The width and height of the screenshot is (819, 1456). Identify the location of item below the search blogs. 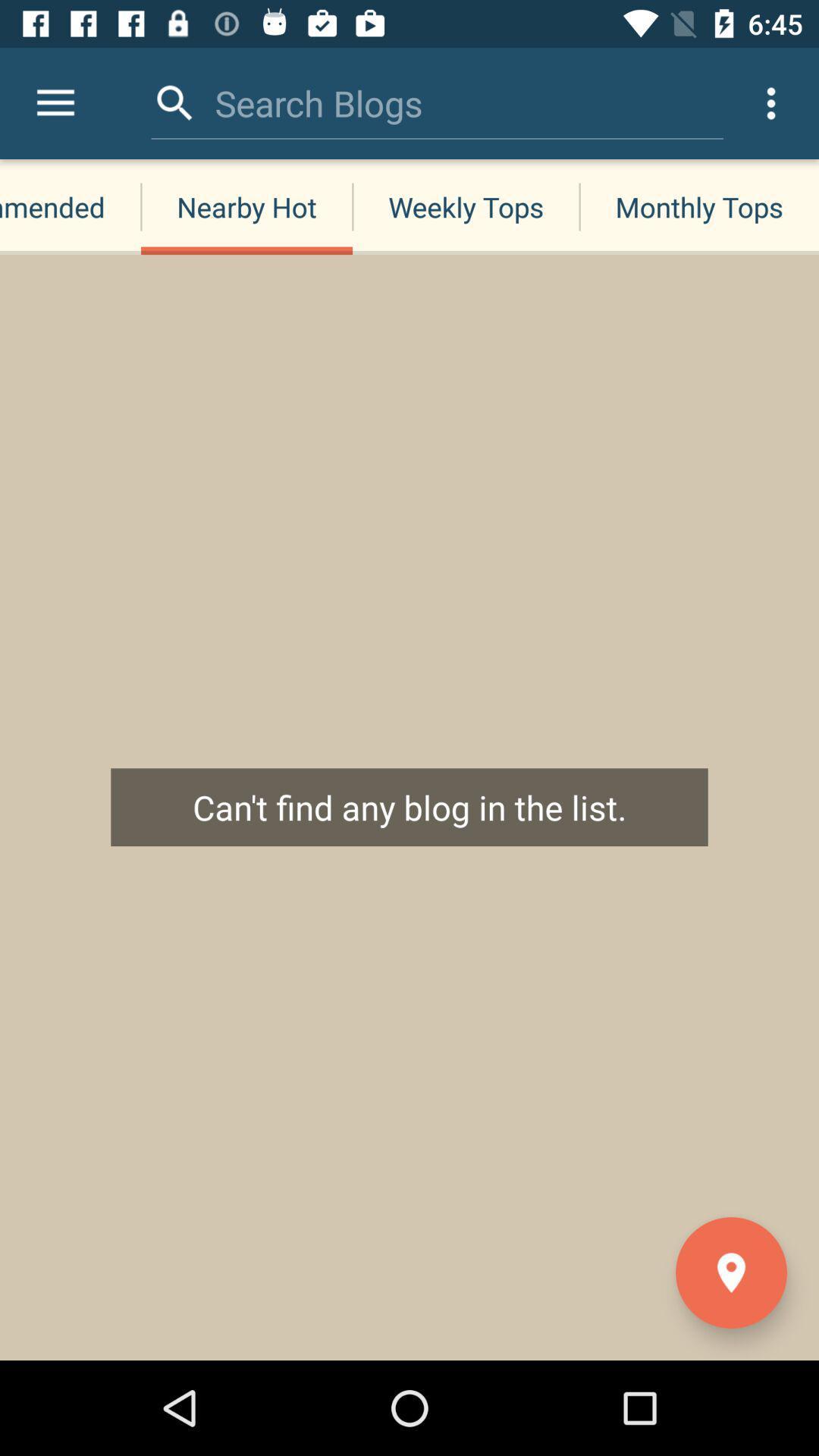
(465, 206).